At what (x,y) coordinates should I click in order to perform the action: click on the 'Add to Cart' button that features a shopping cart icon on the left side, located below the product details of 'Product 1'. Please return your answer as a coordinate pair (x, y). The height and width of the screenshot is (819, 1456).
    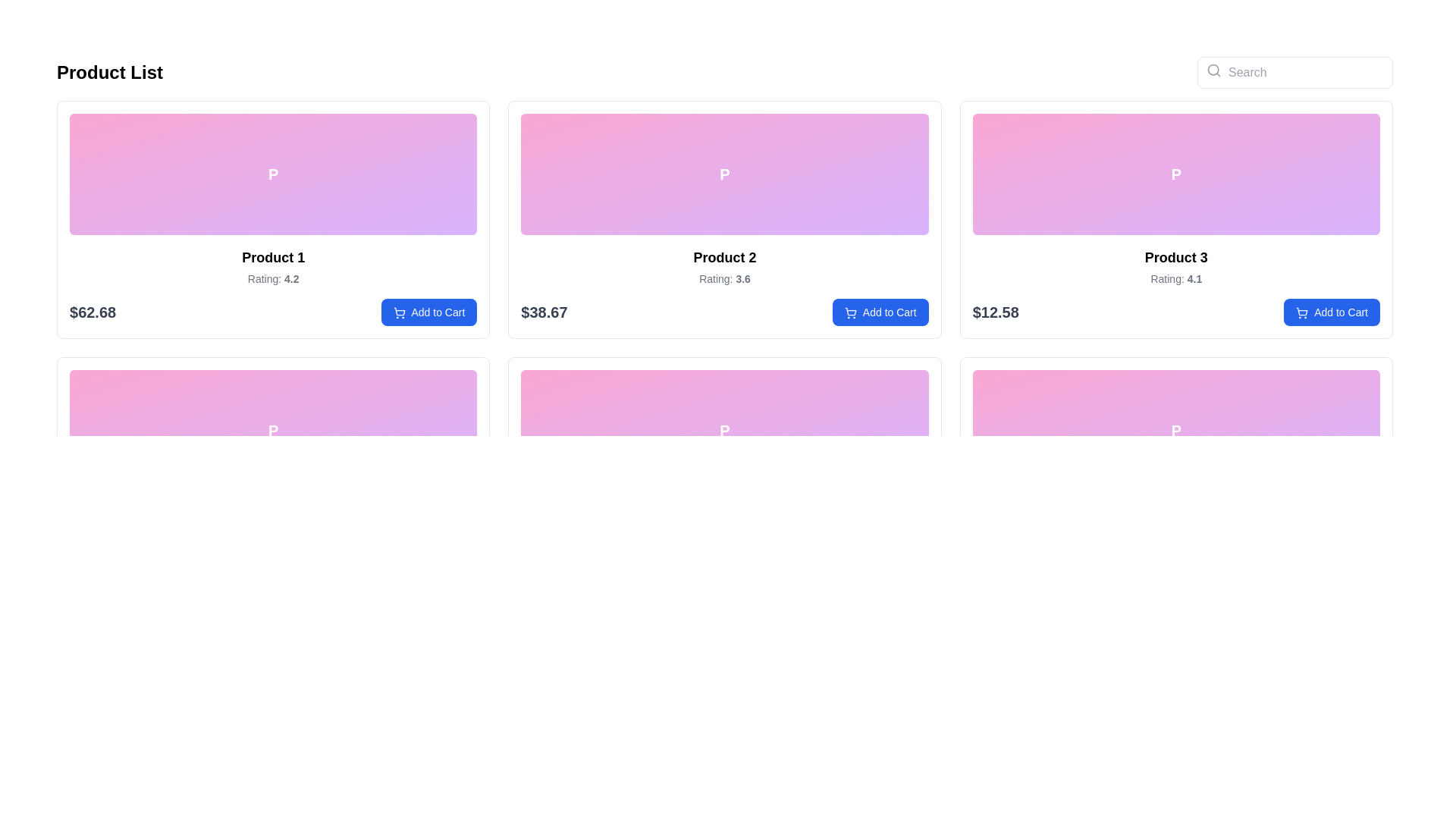
    Looking at the image, I should click on (399, 312).